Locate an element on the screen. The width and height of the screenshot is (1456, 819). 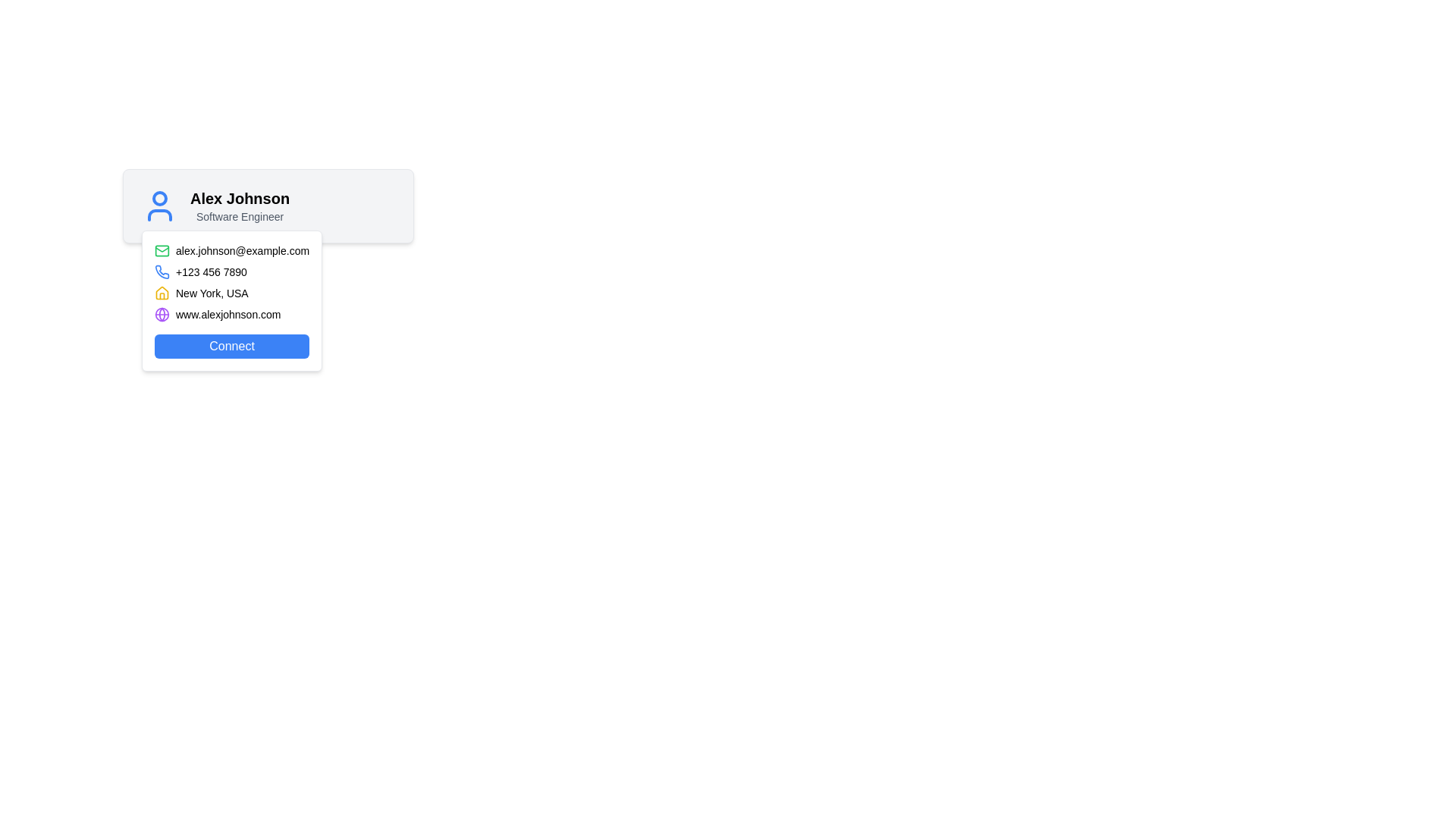
the 'home' icon associated with the address information for 'New York, USA' located in the third position of the icon-text pairs is located at coordinates (162, 292).